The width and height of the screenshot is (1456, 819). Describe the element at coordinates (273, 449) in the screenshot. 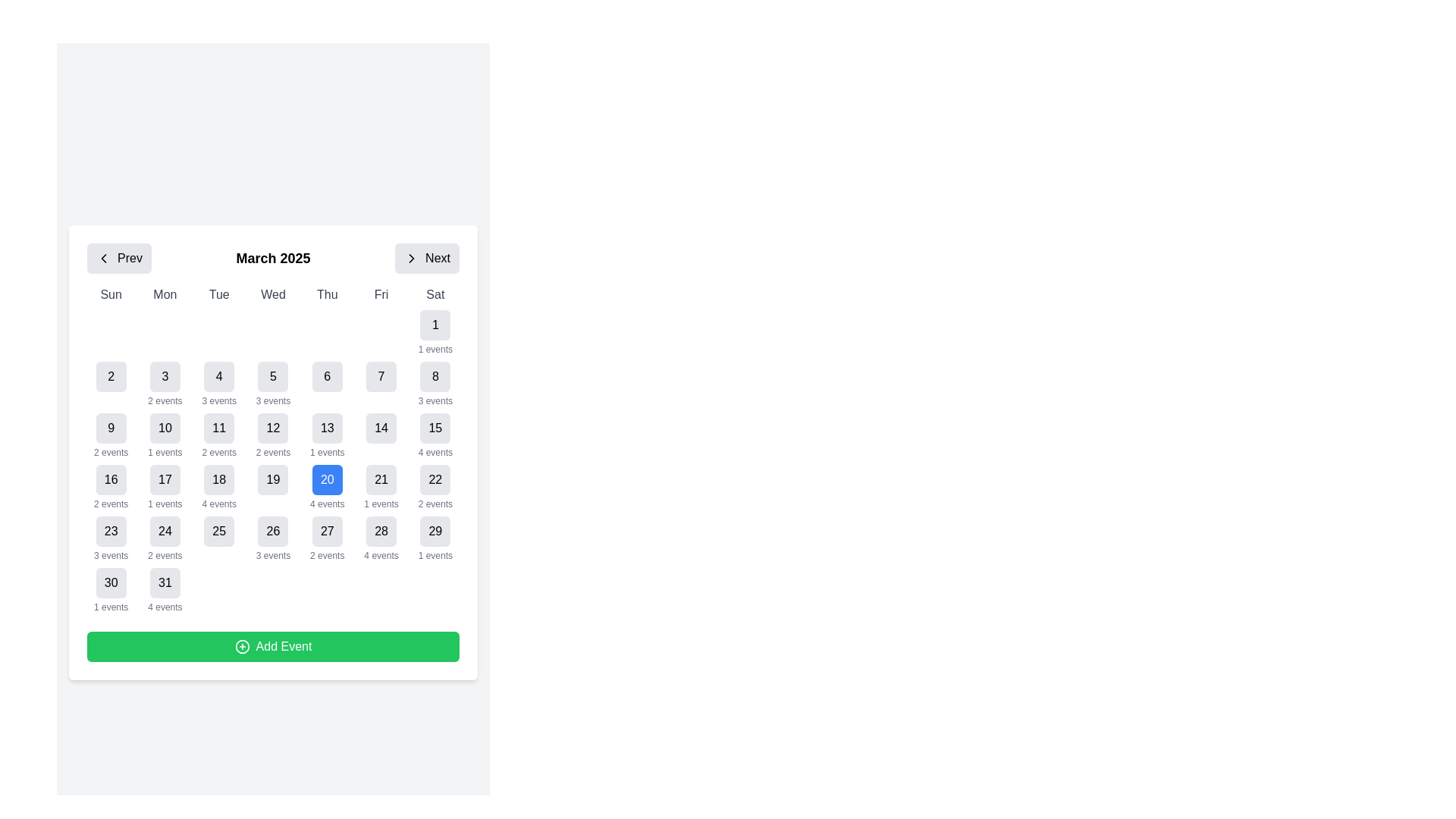

I see `the Calendar Day Cell displaying the day number` at that location.